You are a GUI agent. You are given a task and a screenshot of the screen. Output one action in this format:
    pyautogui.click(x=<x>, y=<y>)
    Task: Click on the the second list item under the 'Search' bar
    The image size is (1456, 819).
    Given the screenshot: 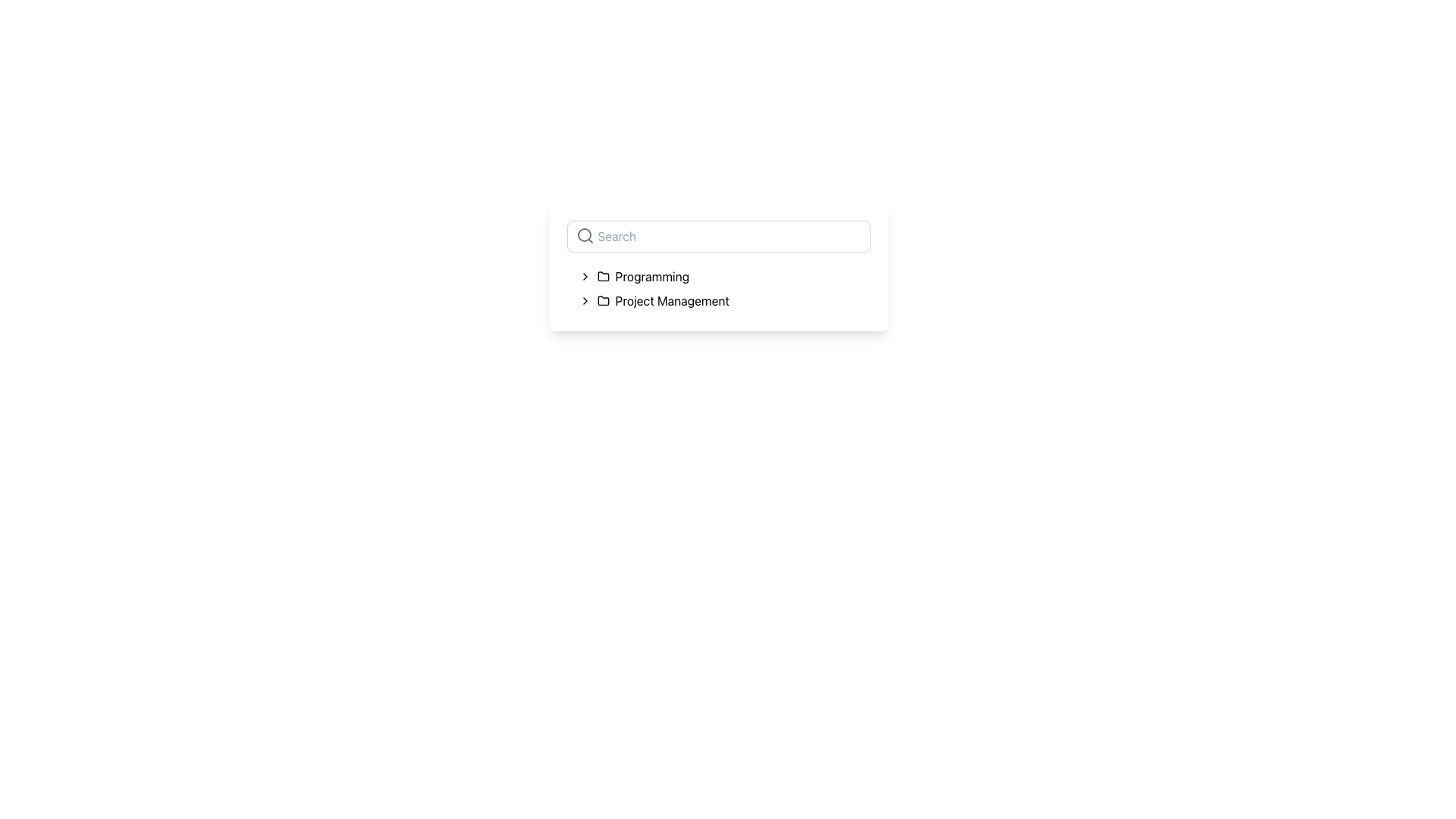 What is the action you would take?
    pyautogui.click(x=663, y=301)
    